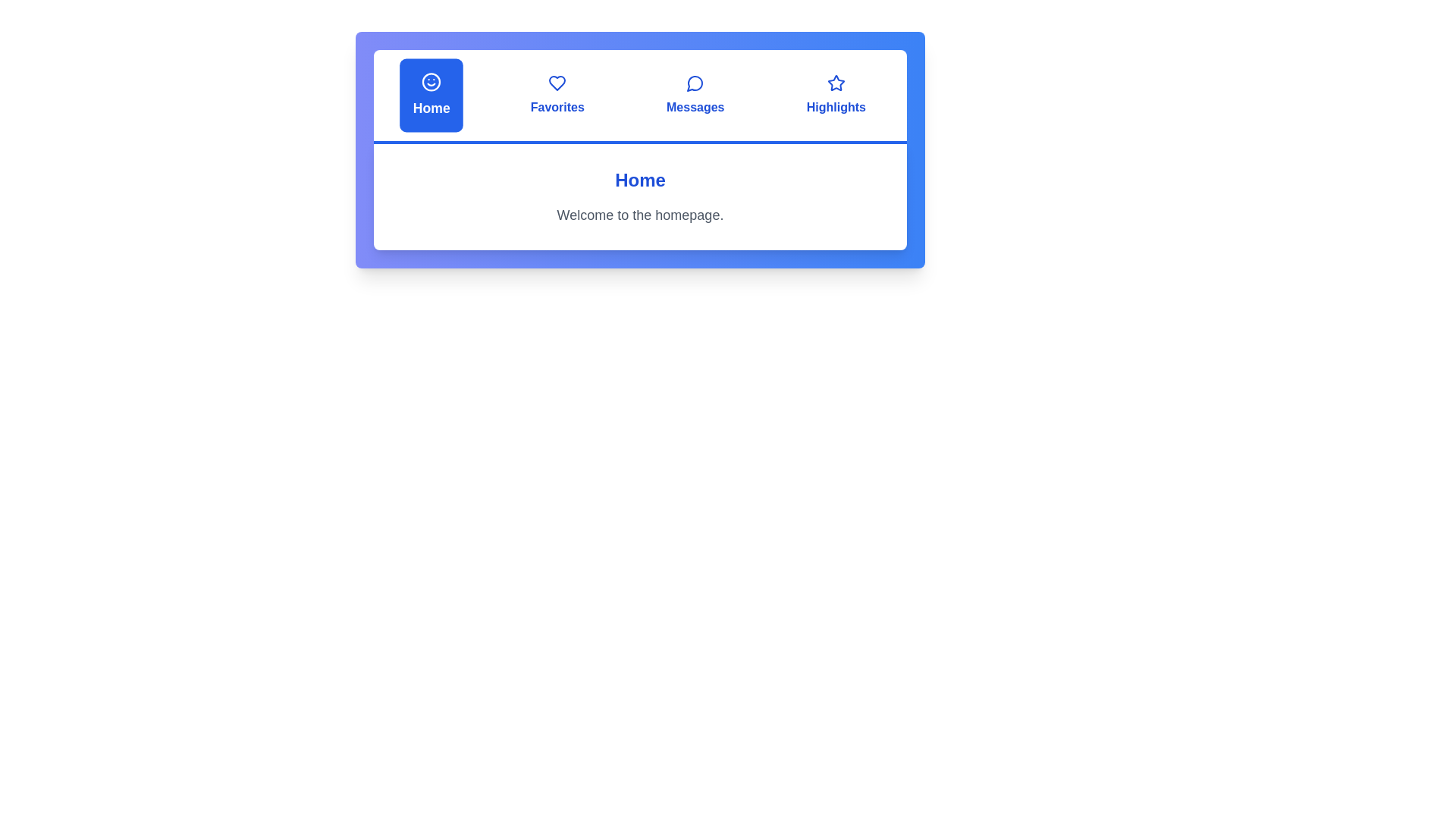 The width and height of the screenshot is (1456, 819). What do you see at coordinates (694, 96) in the screenshot?
I see `the tab labeled Messages` at bounding box center [694, 96].